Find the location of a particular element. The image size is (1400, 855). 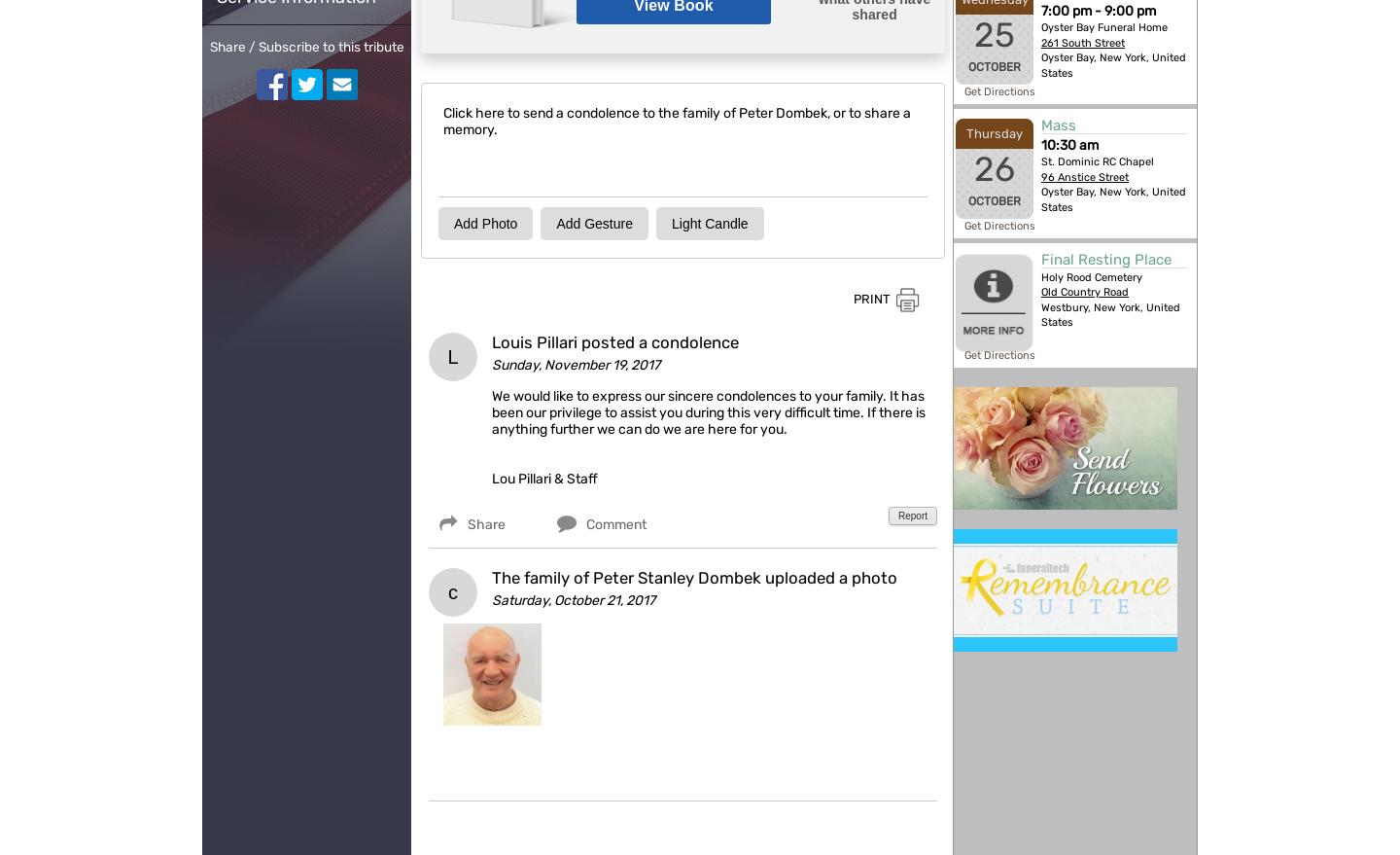

'L' is located at coordinates (452, 356).